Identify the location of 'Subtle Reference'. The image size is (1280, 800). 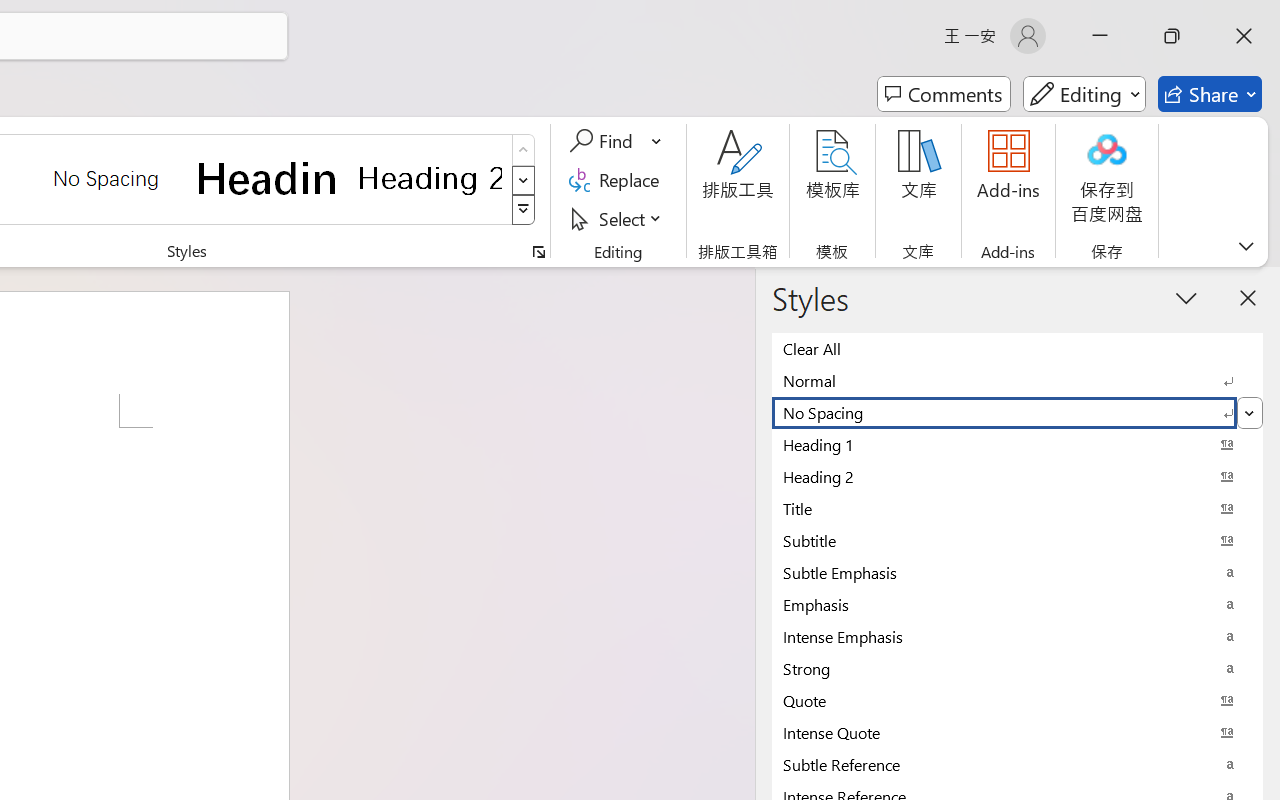
(1017, 764).